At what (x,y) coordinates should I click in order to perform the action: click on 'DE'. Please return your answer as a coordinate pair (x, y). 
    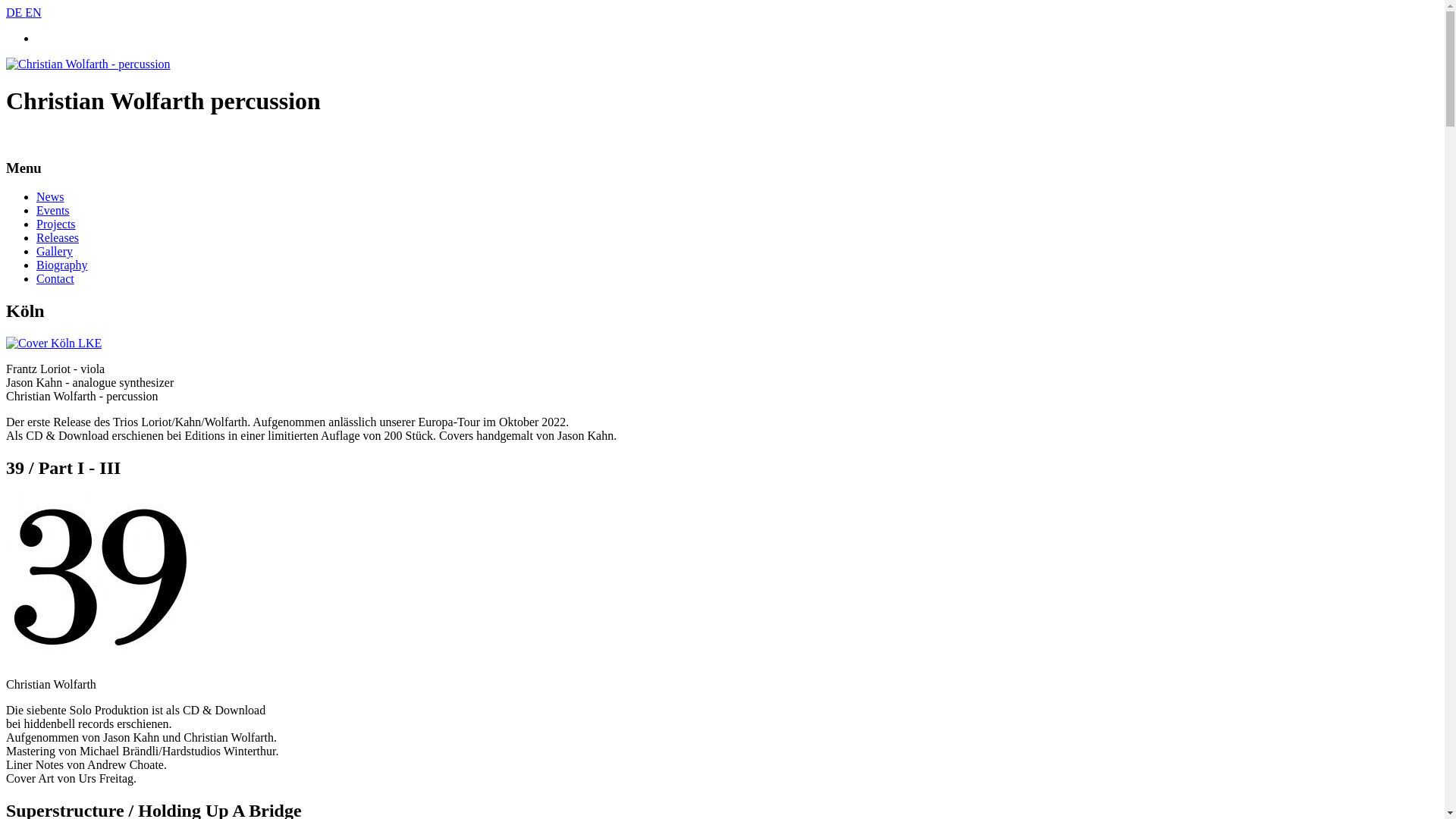
    Looking at the image, I should click on (15, 12).